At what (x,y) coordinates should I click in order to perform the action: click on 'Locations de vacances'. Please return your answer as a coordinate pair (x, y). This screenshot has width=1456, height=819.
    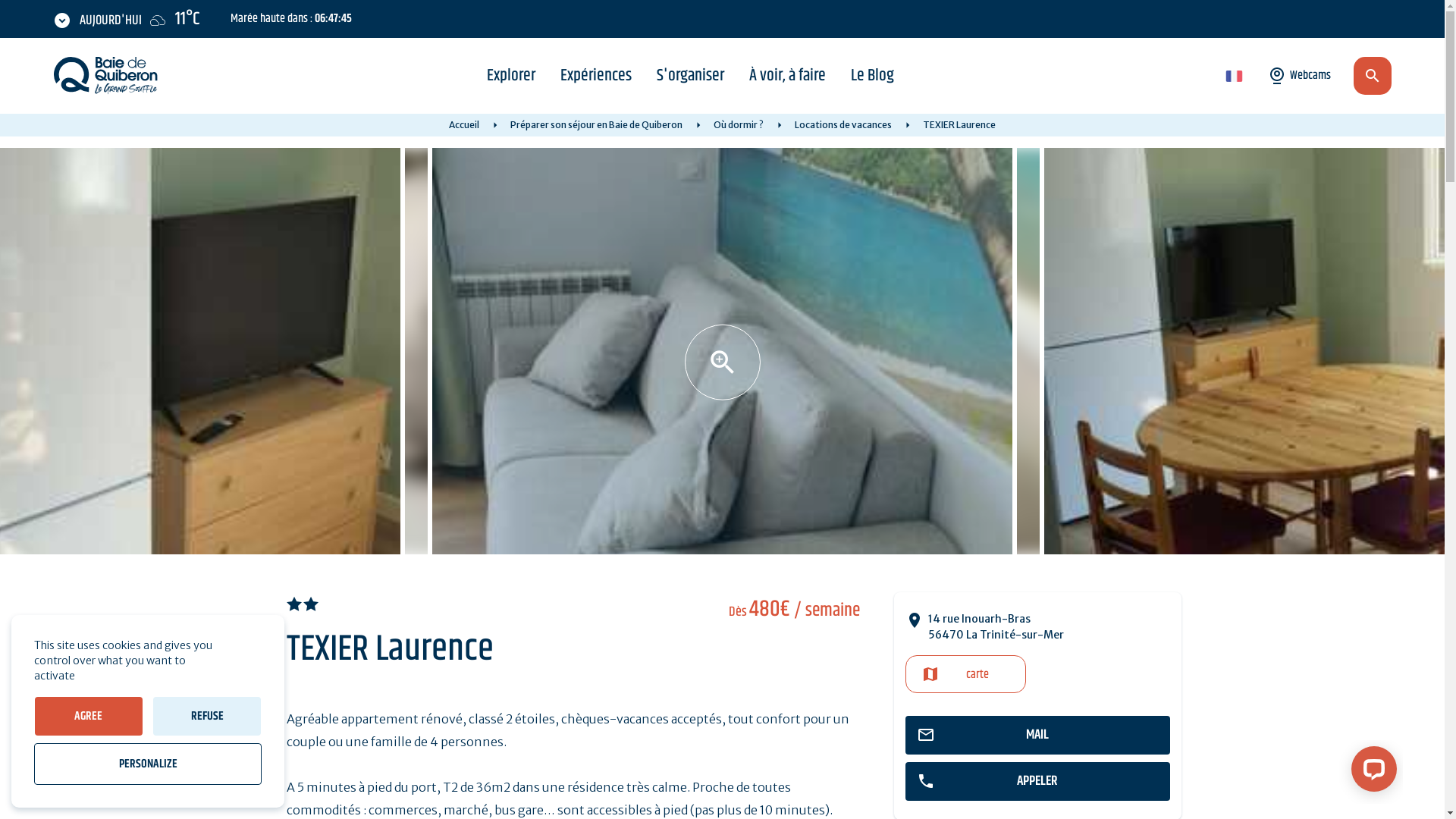
    Looking at the image, I should click on (843, 124).